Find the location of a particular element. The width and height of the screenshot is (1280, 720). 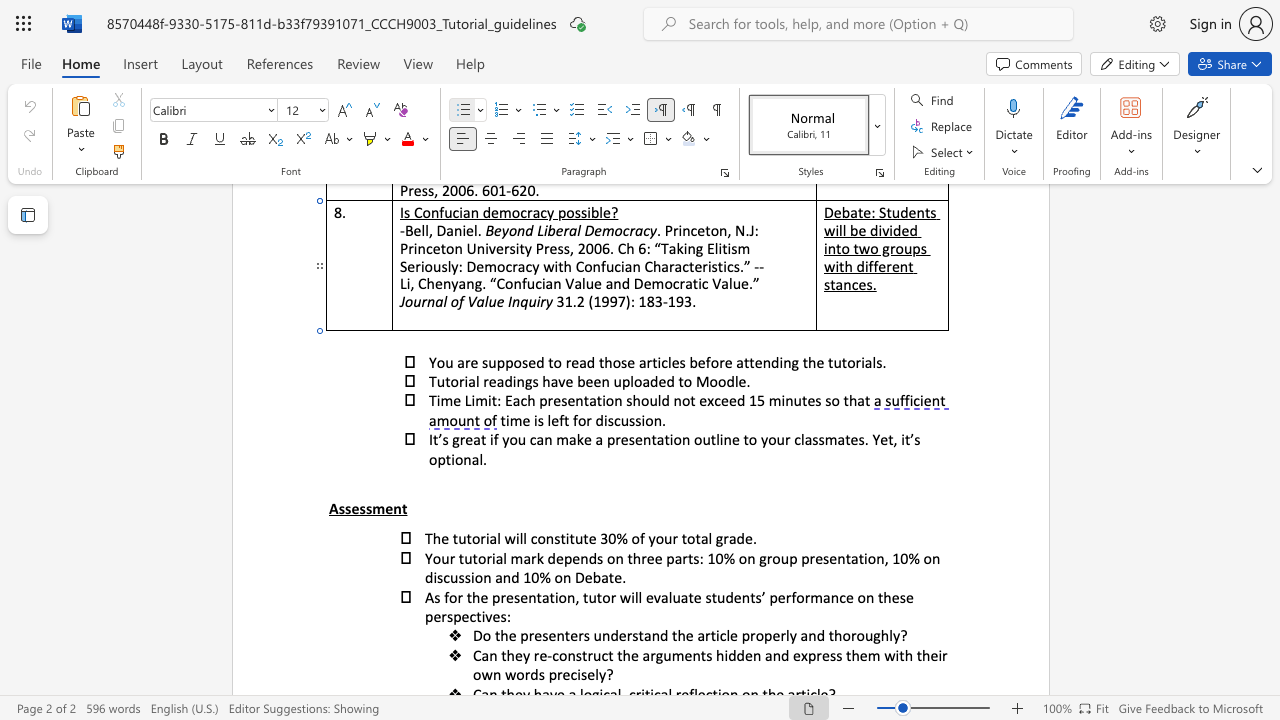

the 1th character "t" in the text is located at coordinates (454, 537).